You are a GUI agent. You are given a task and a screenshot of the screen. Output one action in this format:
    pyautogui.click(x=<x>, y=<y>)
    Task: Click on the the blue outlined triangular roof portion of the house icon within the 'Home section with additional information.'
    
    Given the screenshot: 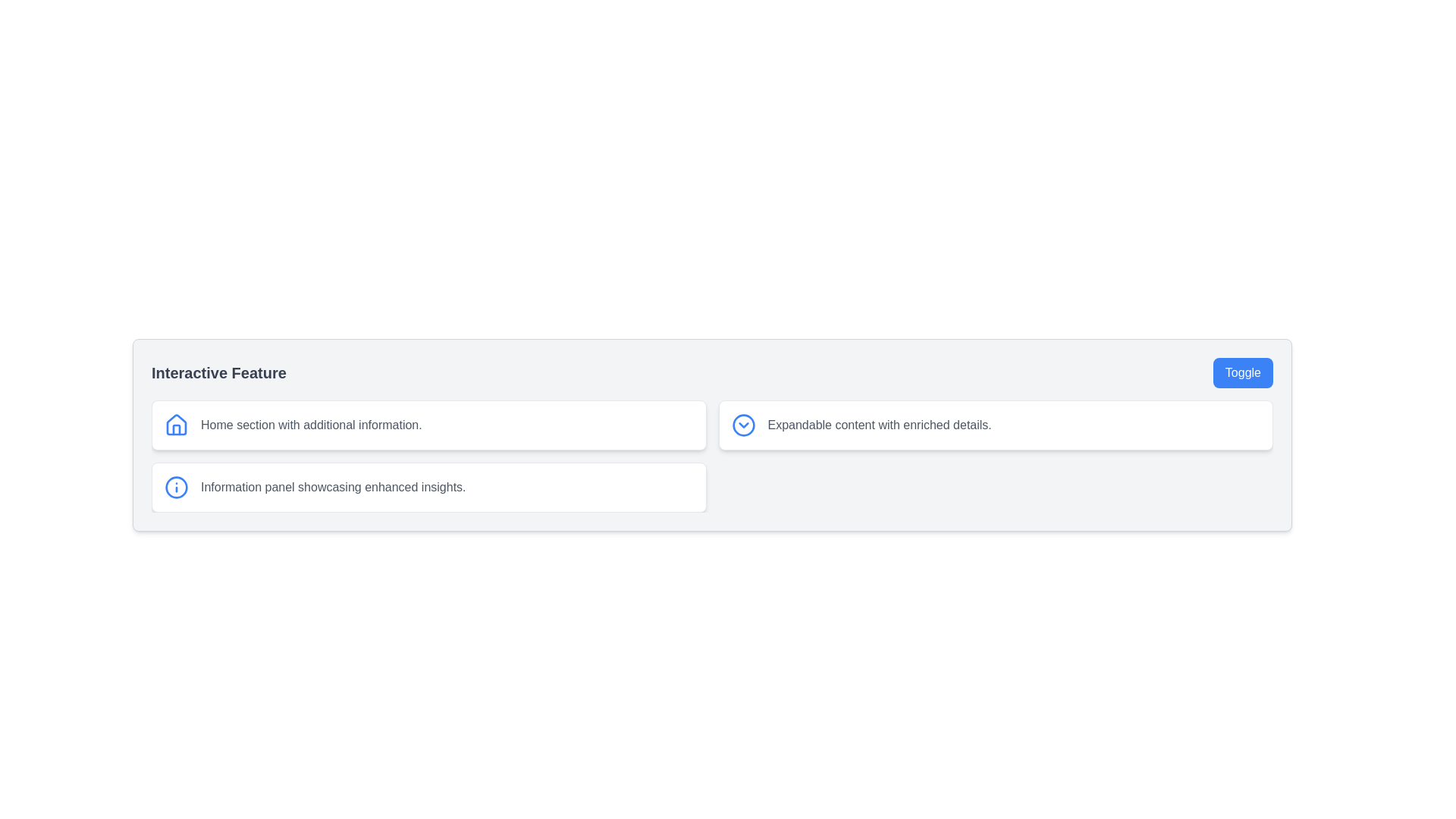 What is the action you would take?
    pyautogui.click(x=177, y=424)
    